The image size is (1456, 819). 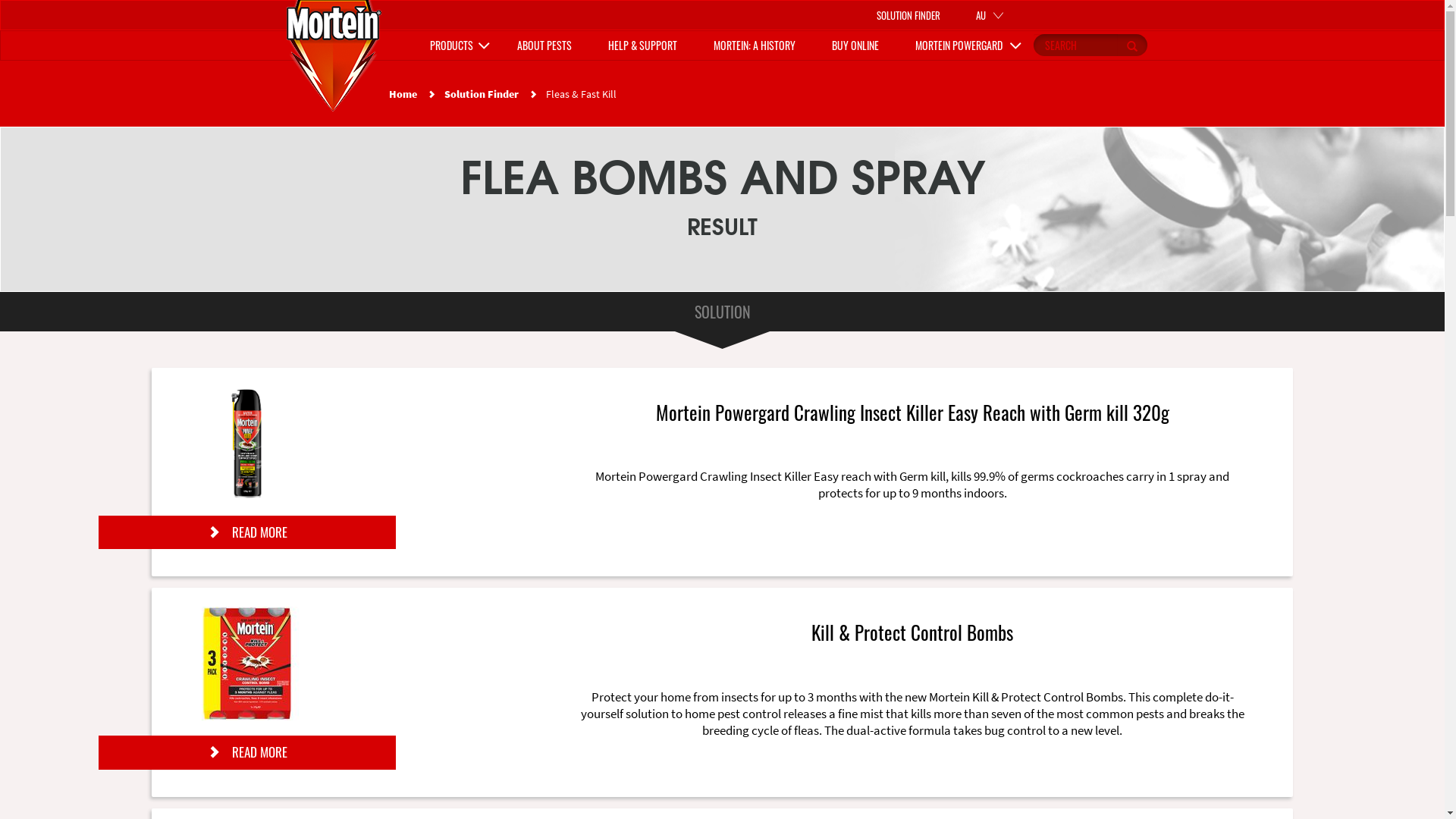 I want to click on 'MORTEIN: A HISTORY', so click(x=753, y=45).